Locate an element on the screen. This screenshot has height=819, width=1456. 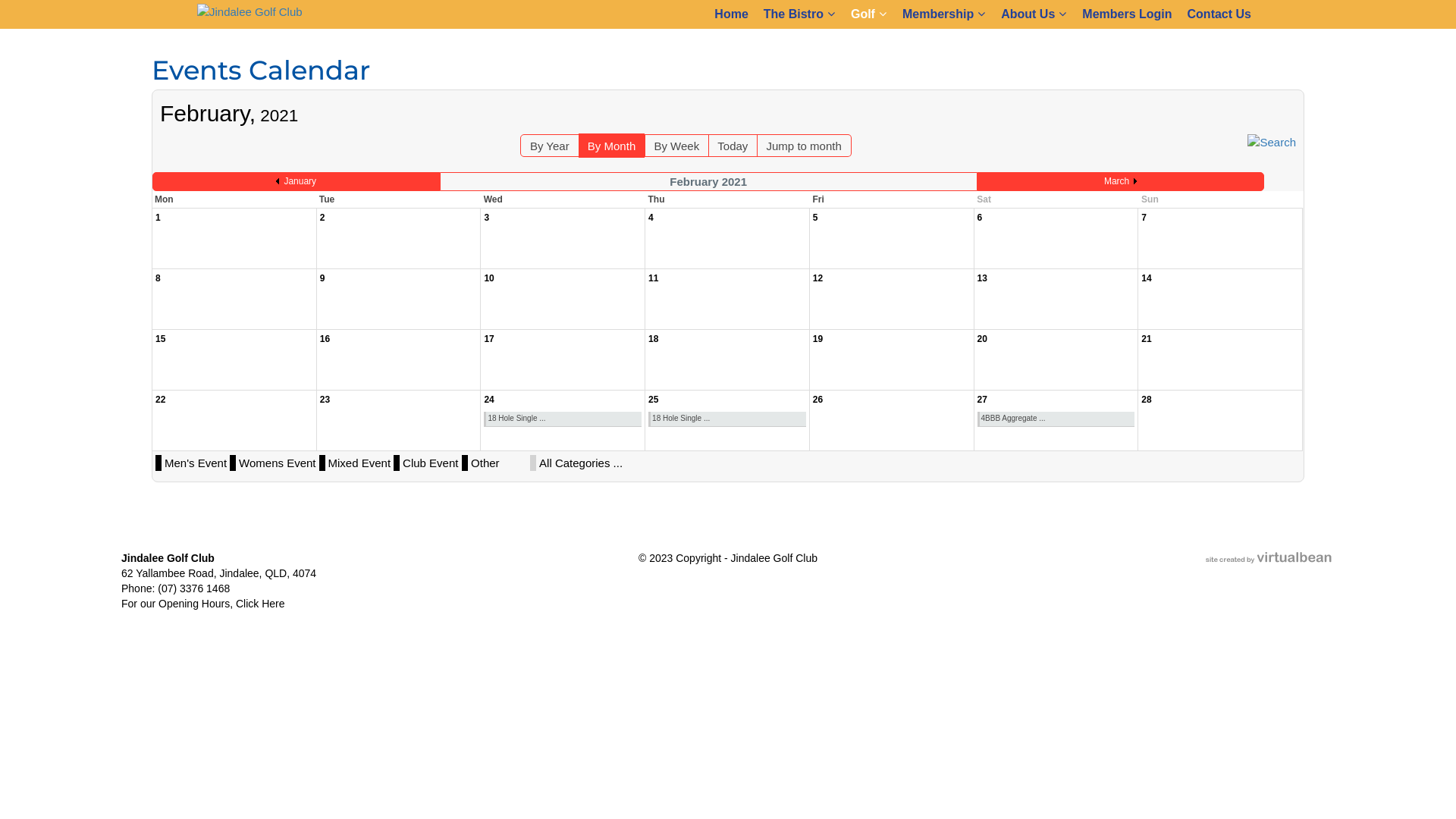
'6' is located at coordinates (980, 217).